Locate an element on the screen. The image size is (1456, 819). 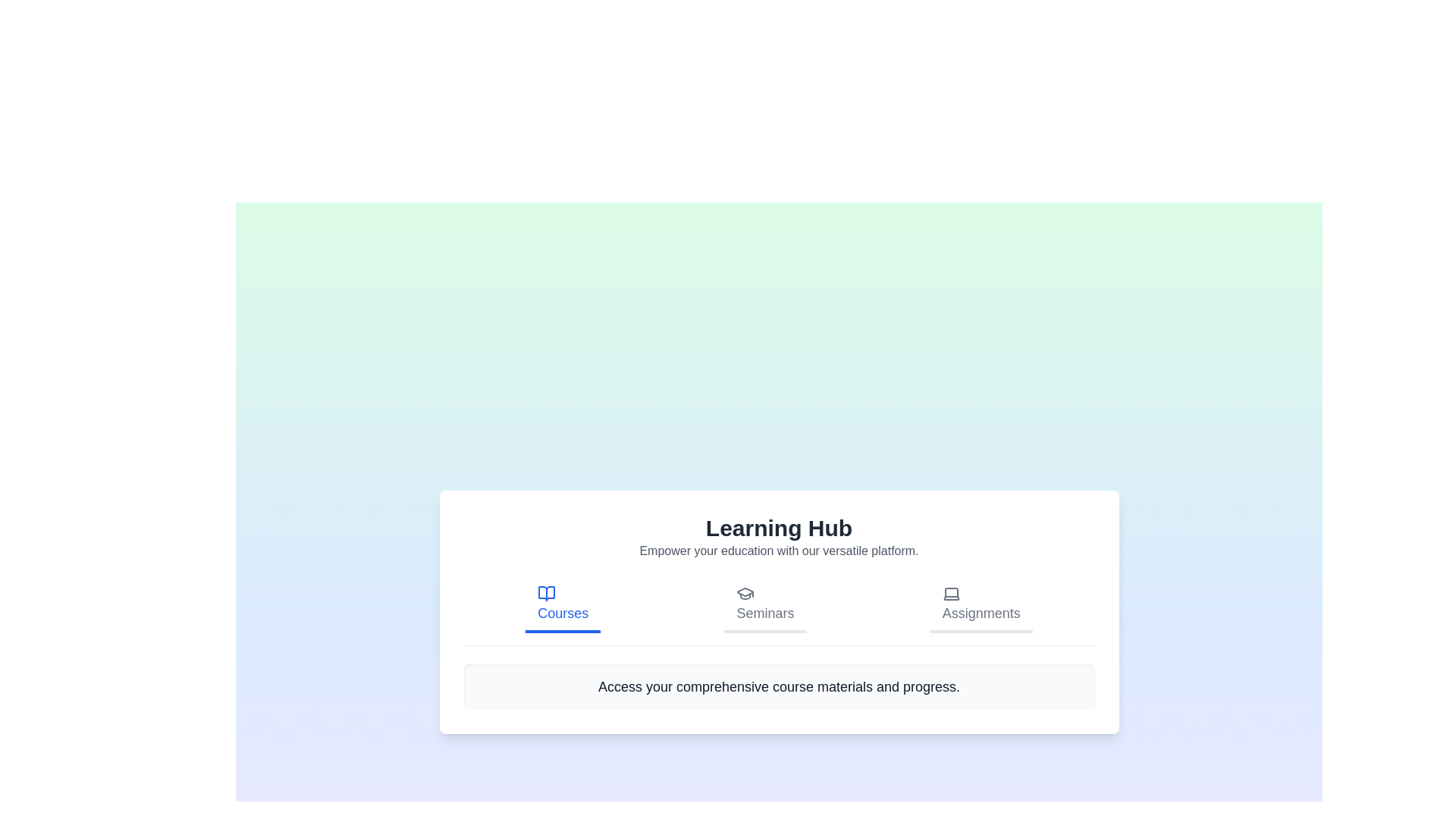
the navigation bar tabs located below the 'Learning Hub' title is located at coordinates (779, 610).